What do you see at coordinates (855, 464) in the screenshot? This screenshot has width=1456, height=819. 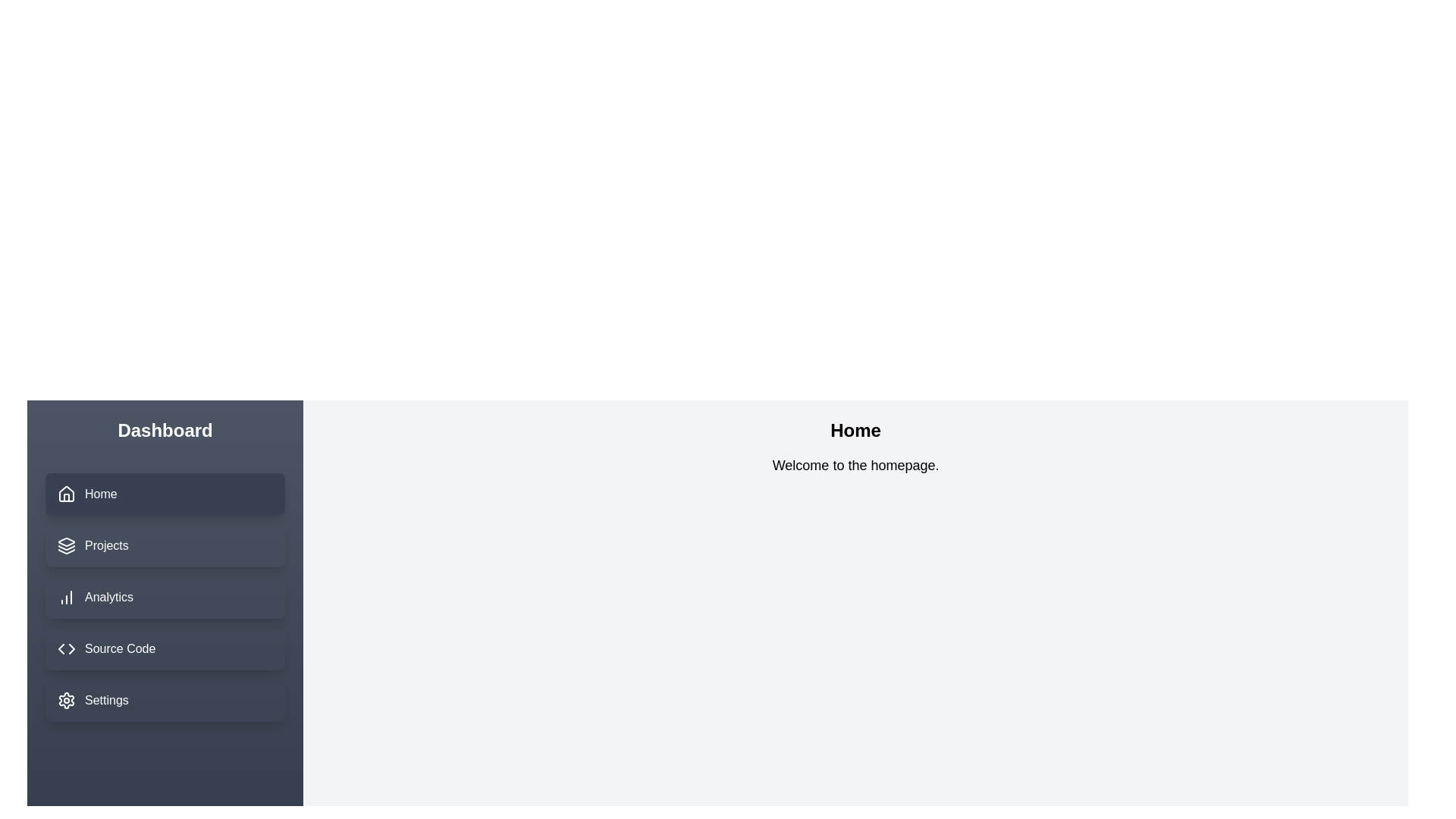 I see `the static text element that displays 'Welcome to the homepage.' located below the title 'Home'` at bounding box center [855, 464].